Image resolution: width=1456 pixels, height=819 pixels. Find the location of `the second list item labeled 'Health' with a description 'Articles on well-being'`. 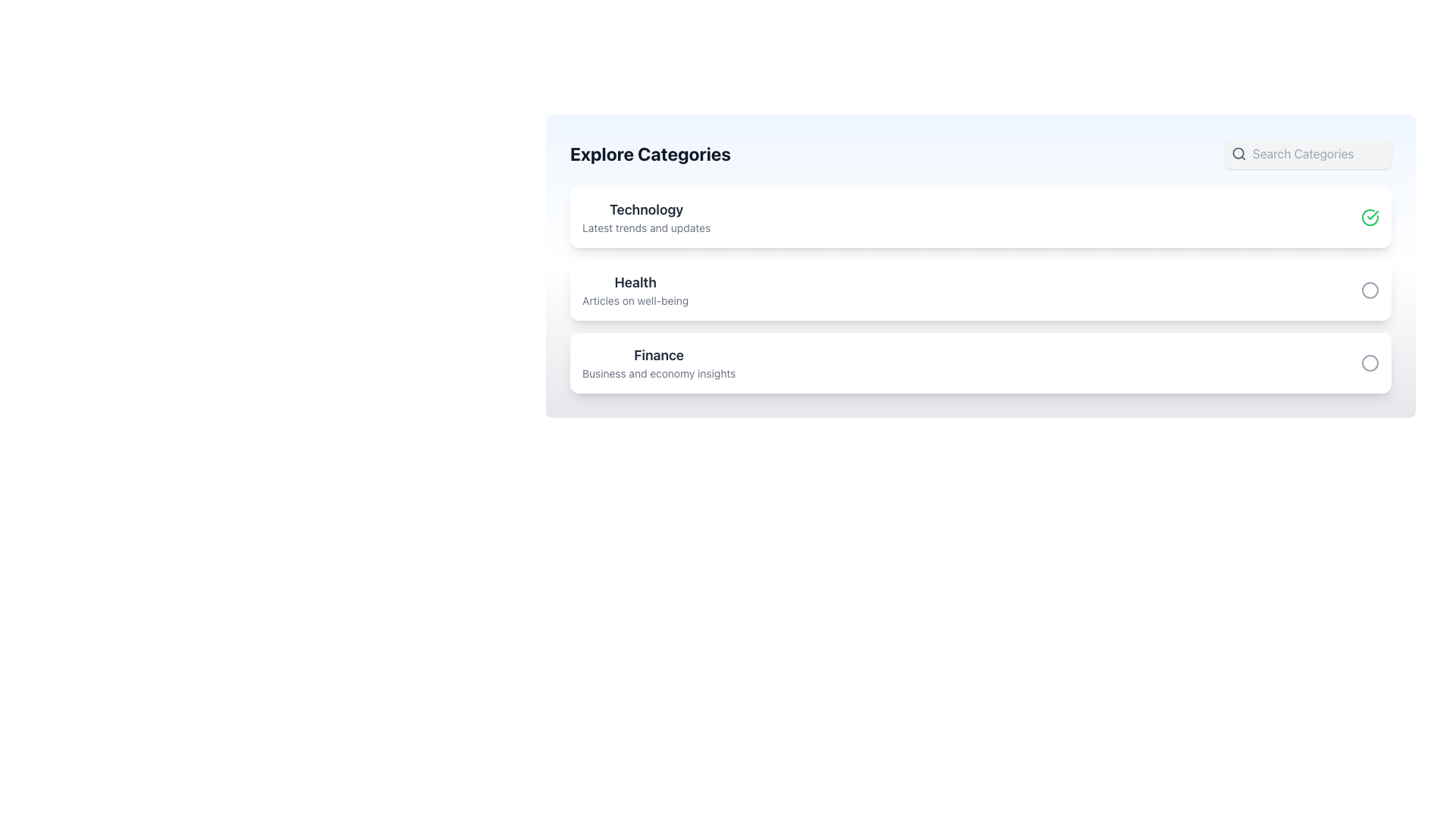

the second list item labeled 'Health' with a description 'Articles on well-being' is located at coordinates (981, 290).